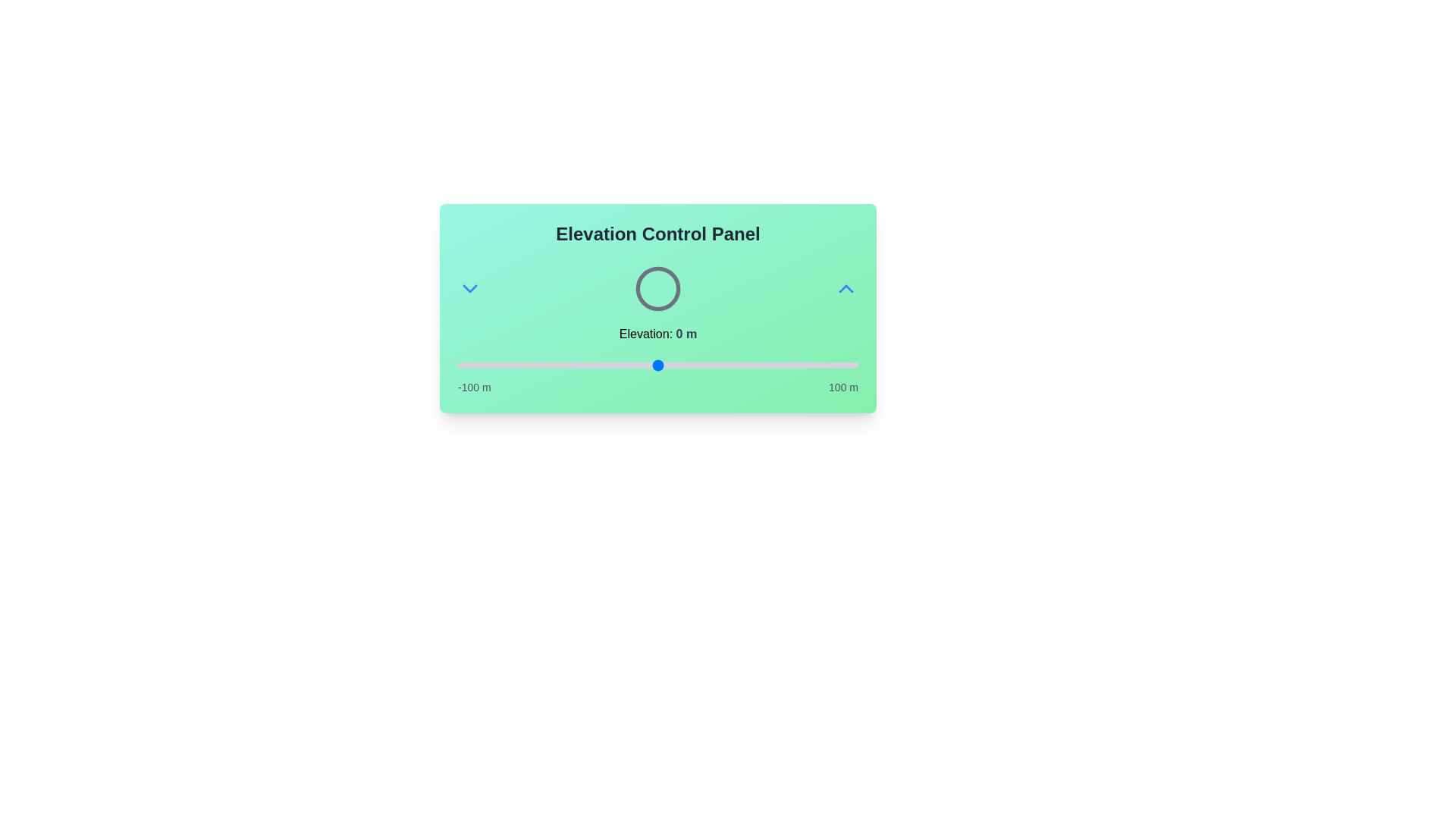  Describe the element at coordinates (728, 366) in the screenshot. I see `the elevation to 35 meters using the slider` at that location.